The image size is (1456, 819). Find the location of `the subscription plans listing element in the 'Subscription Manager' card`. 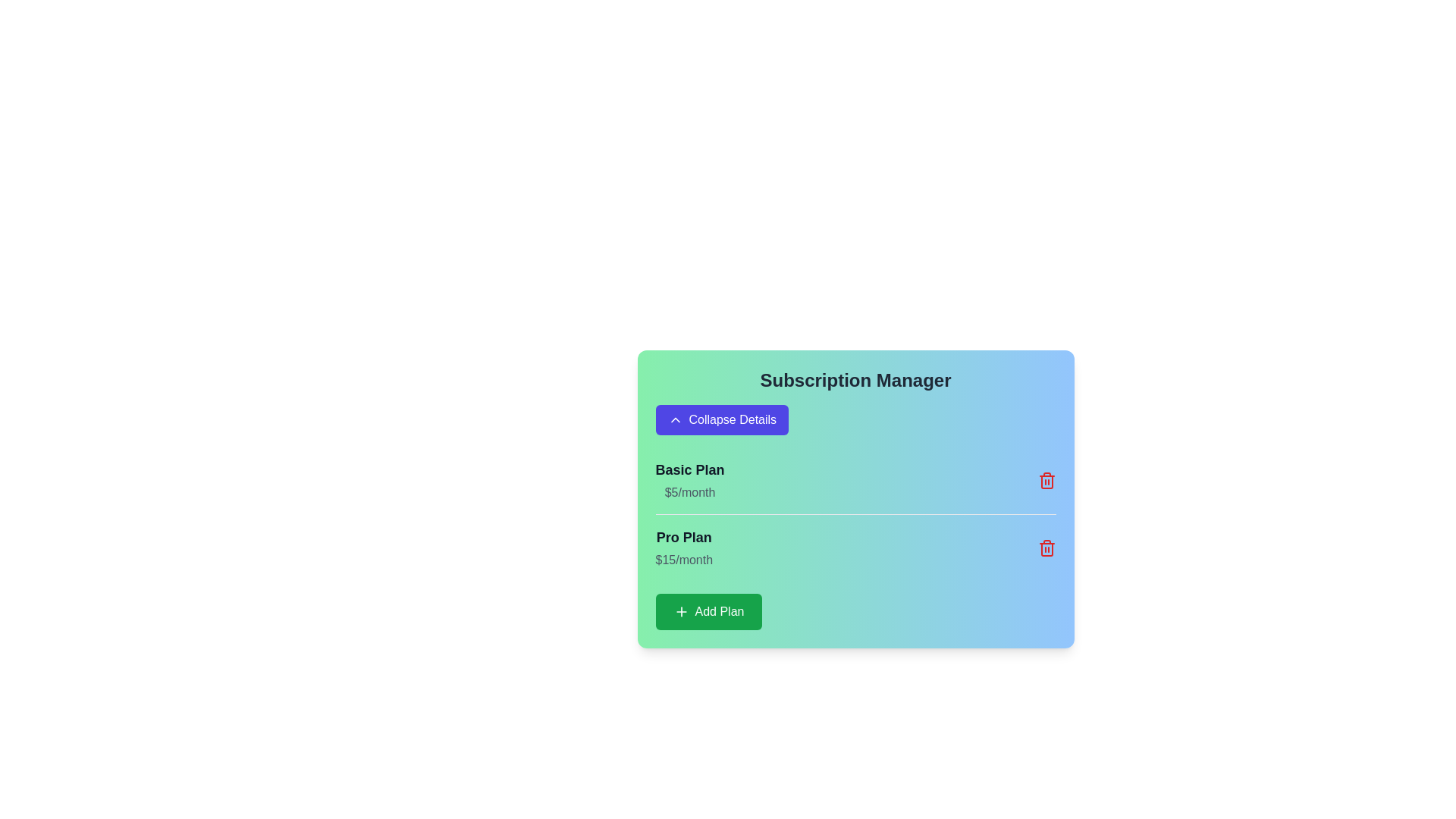

the subscription plans listing element in the 'Subscription Manager' card is located at coordinates (855, 538).